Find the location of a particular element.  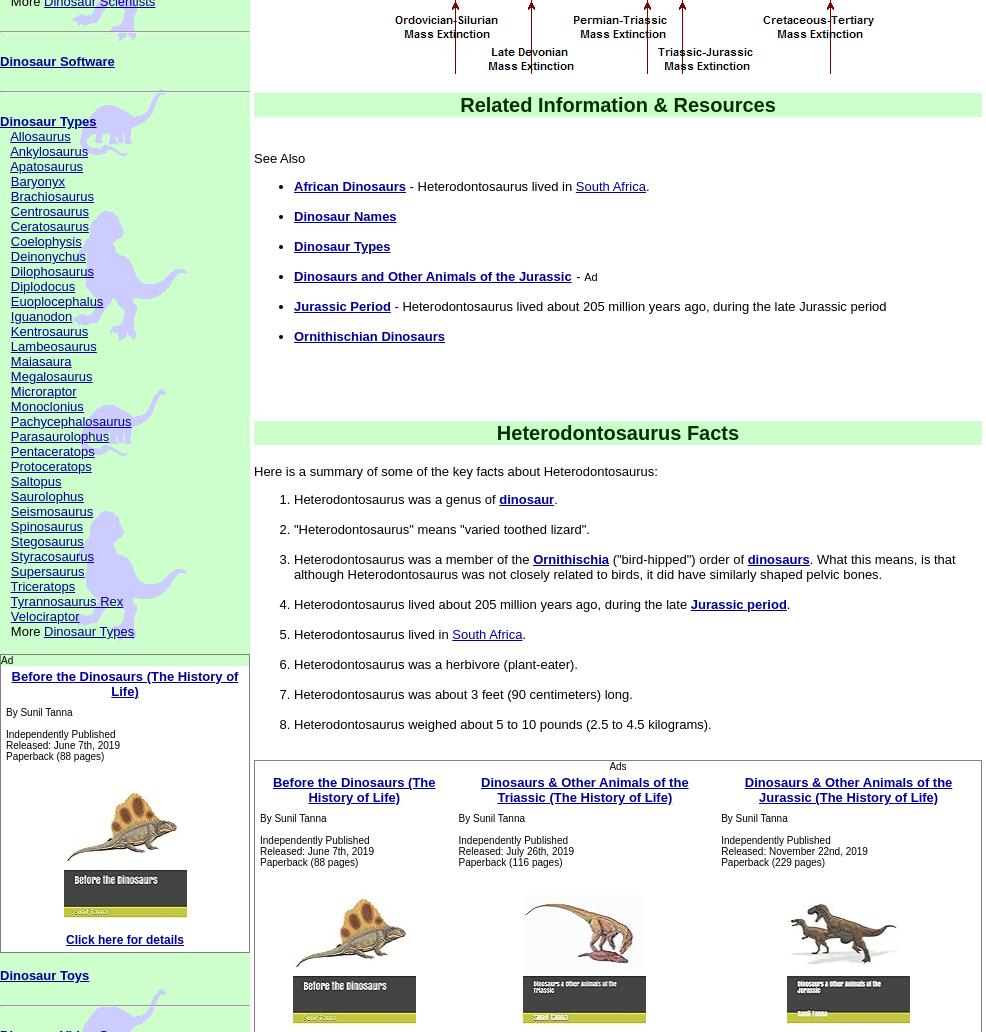

'Saurolophus' is located at coordinates (8, 495).